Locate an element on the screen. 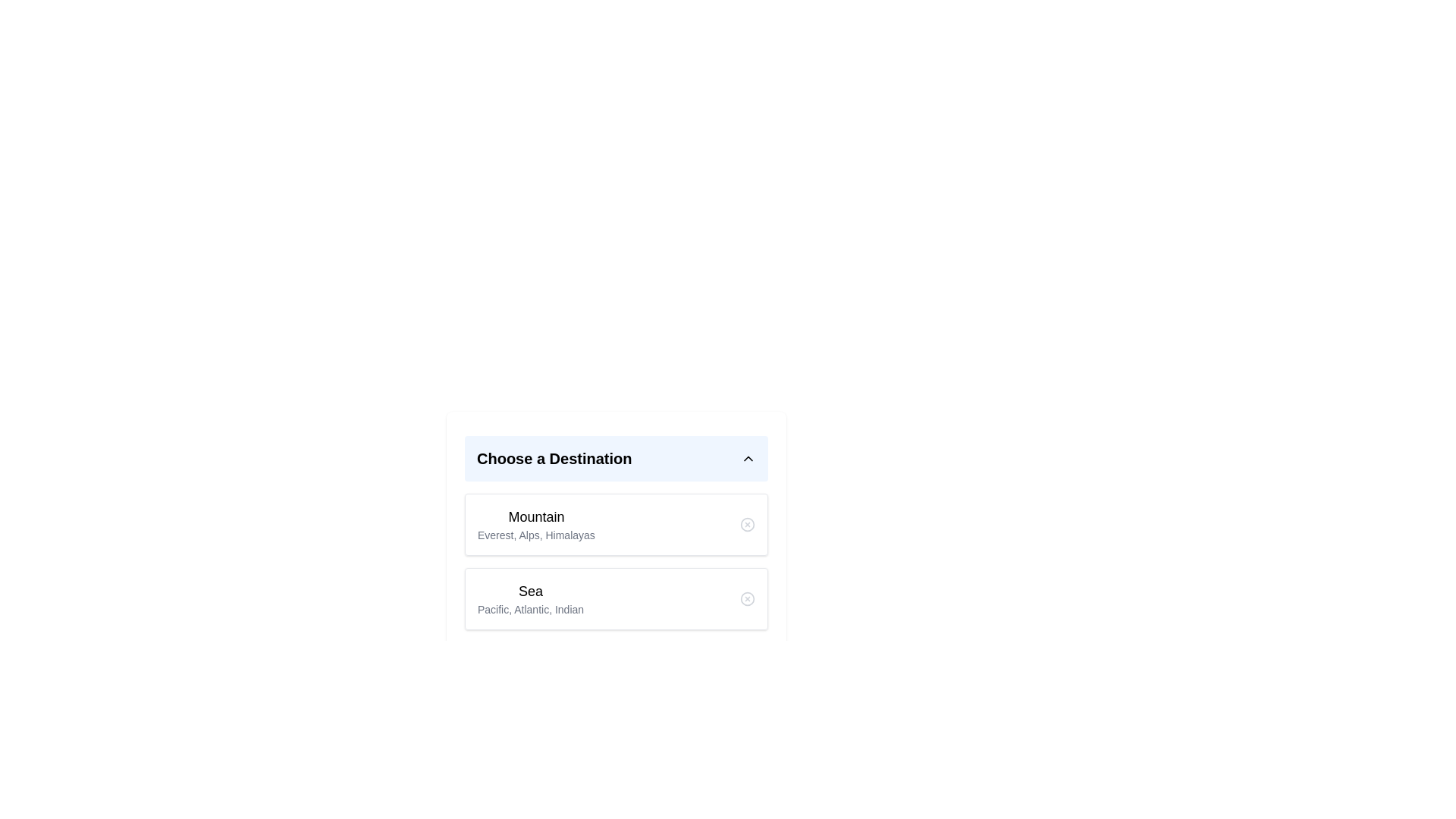 The width and height of the screenshot is (1456, 819). the text label displaying mountain names, which is positioned directly underneath the 'Mountain' text in the 'Choose a Destination' section is located at coordinates (536, 534).